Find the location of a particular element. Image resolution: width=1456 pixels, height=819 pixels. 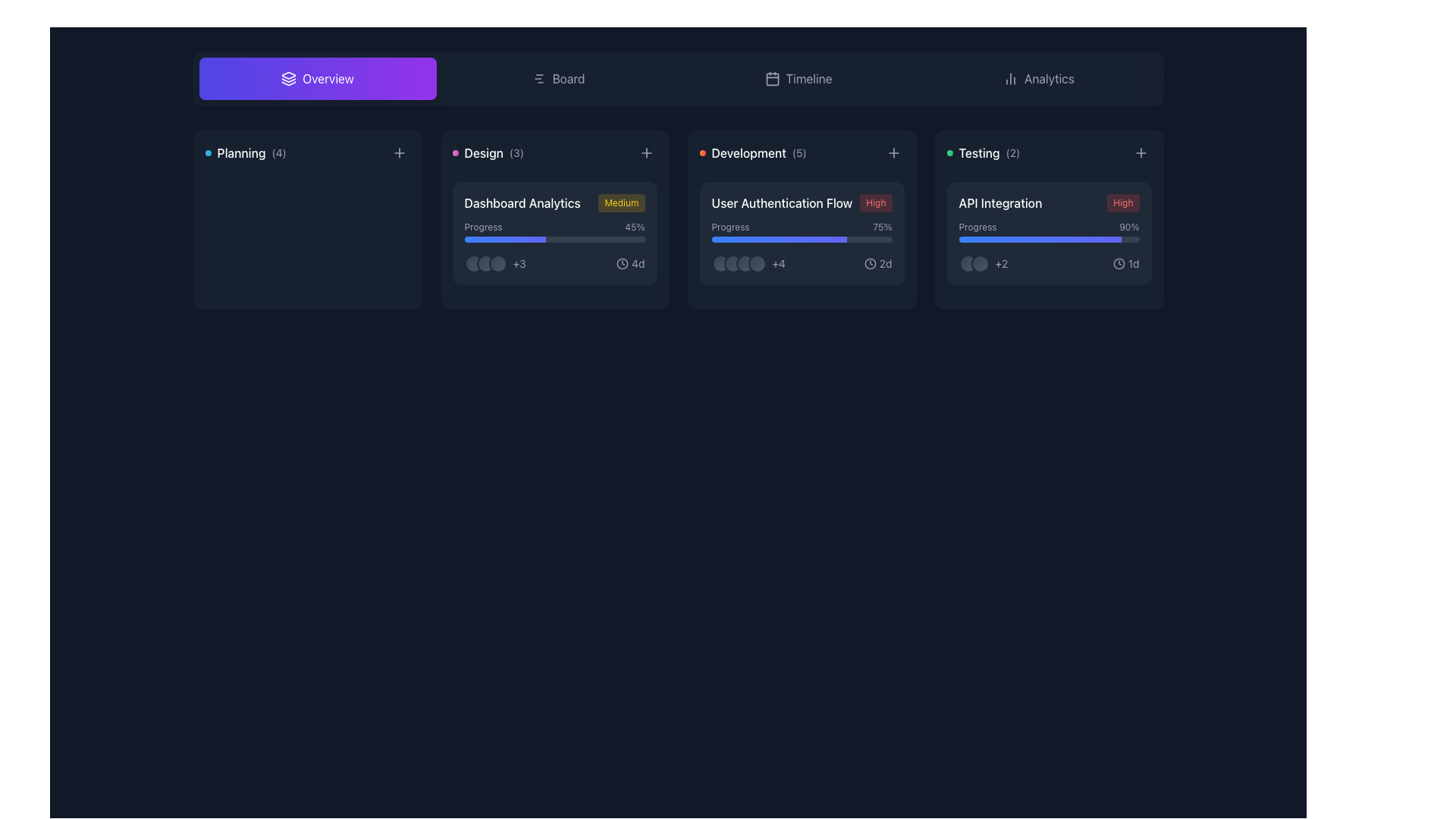

the navigation button labeled 'Analytics', which is the last item on the right in the navigation bar, for visual feedback is located at coordinates (1037, 79).